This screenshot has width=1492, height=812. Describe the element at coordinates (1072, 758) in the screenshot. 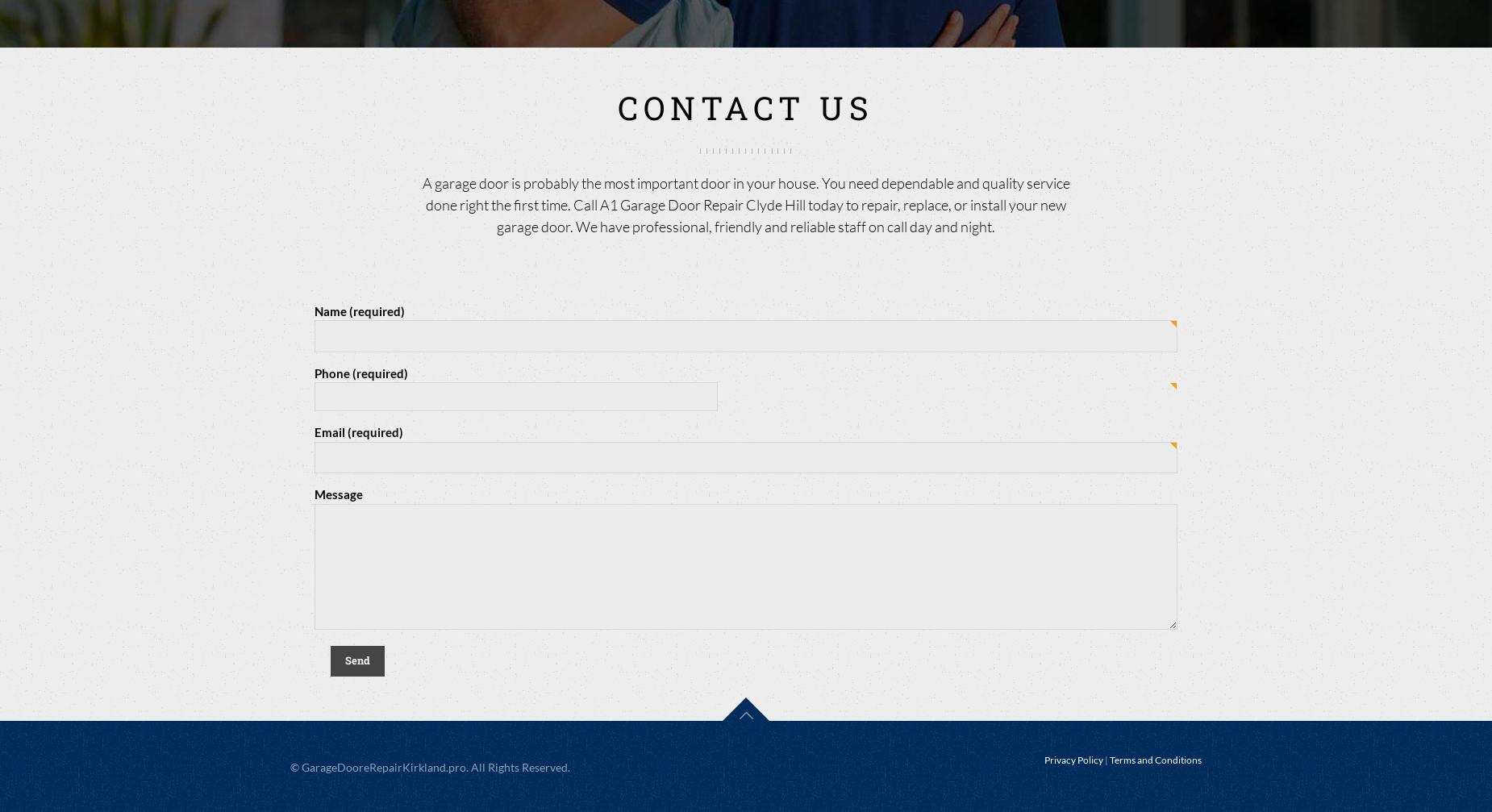

I see `'Privacy Policy'` at that location.